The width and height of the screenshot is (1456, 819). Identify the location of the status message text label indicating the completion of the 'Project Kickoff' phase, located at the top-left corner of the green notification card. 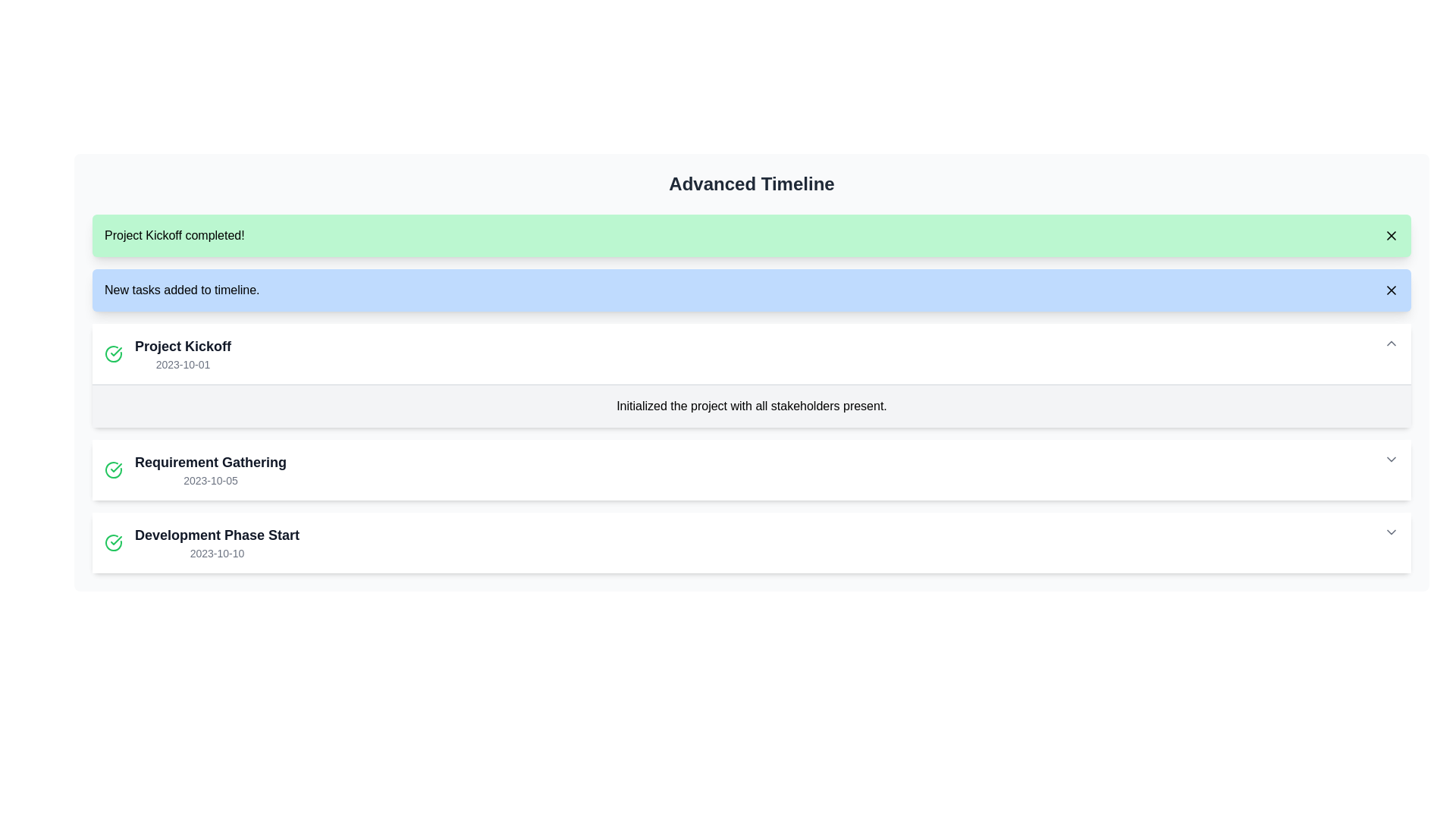
(174, 236).